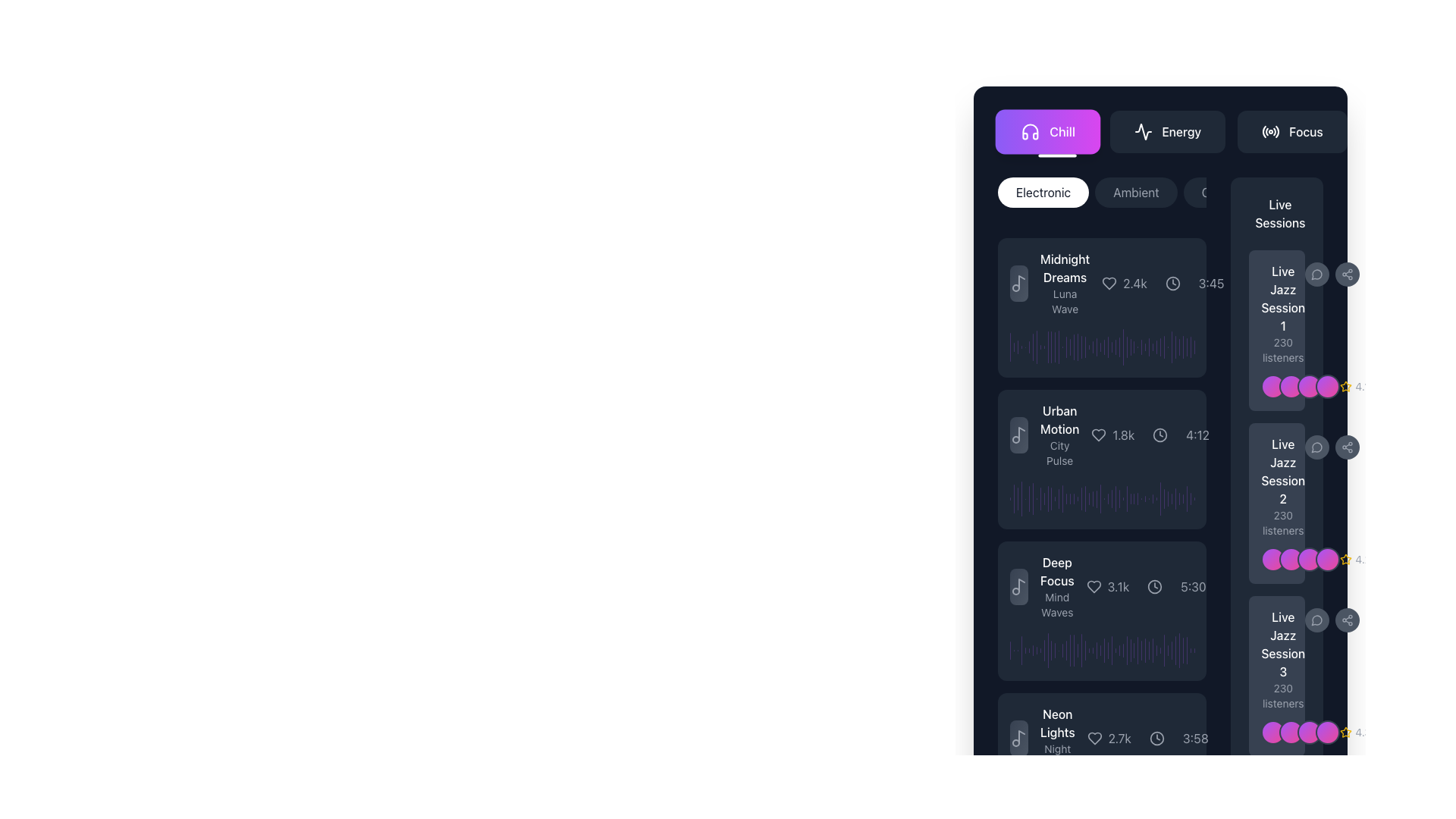 Image resolution: width=1456 pixels, height=819 pixels. I want to click on the 49th bar in the vertical stack of the bar chart component located near the right side of the interface, so click(1178, 801).